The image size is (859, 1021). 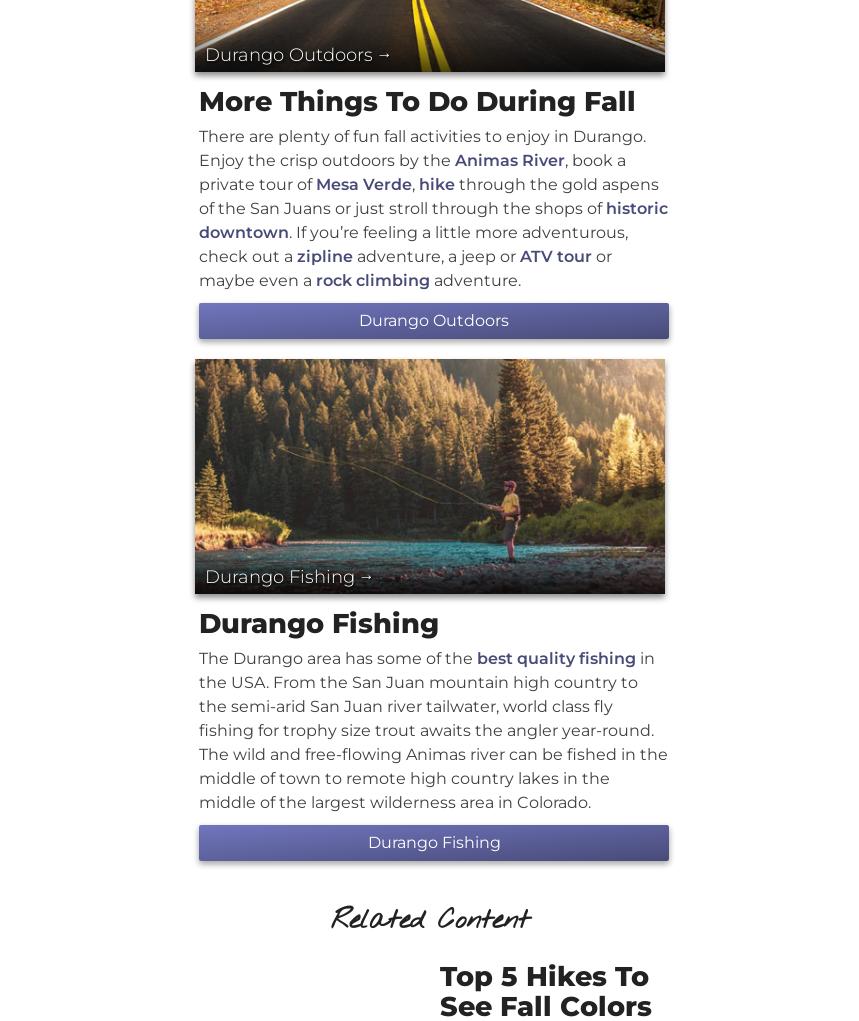 I want to click on 'Related Content', so click(x=428, y=920).